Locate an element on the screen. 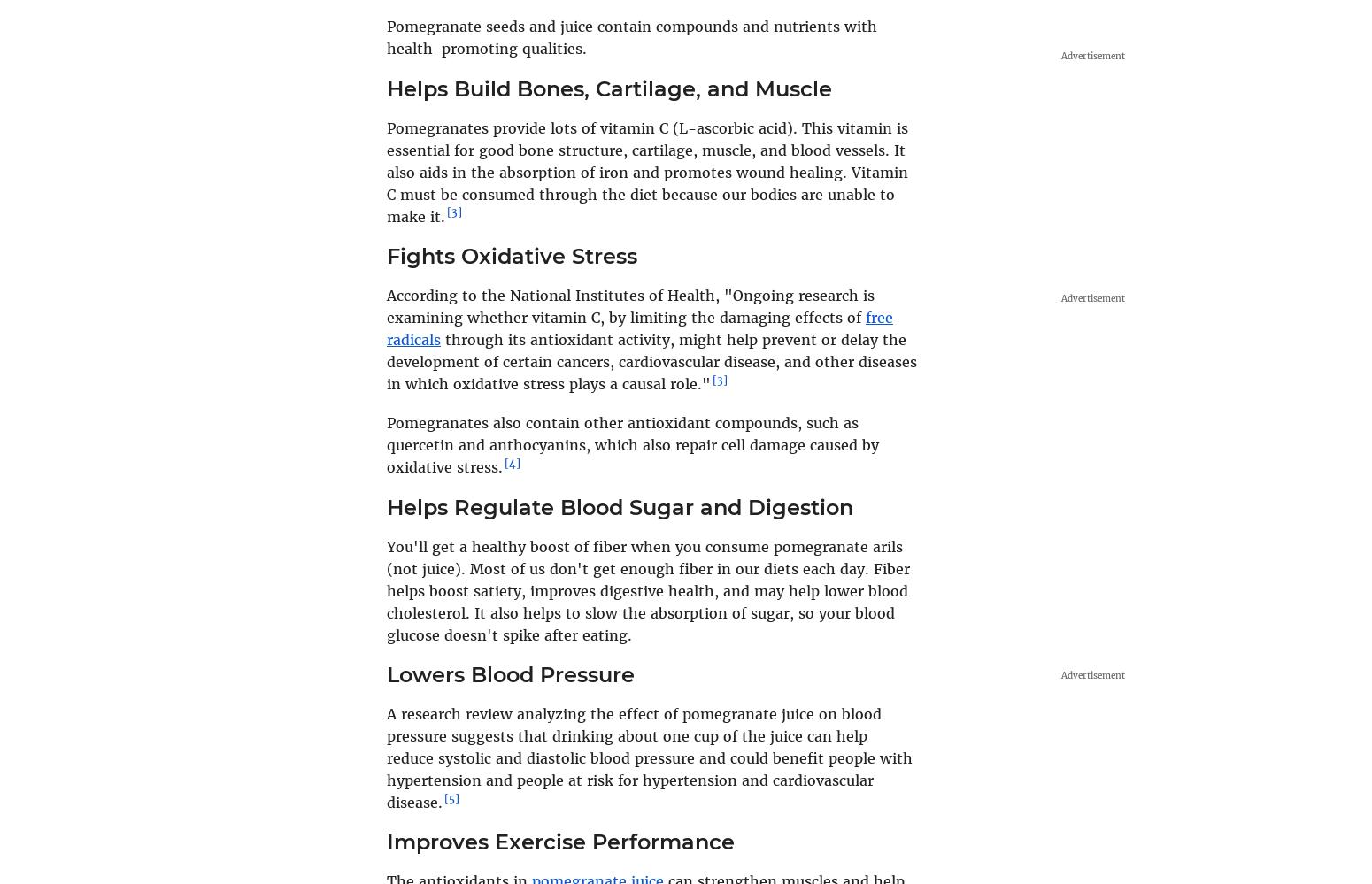 The width and height of the screenshot is (1372, 884). '5' is located at coordinates (451, 797).